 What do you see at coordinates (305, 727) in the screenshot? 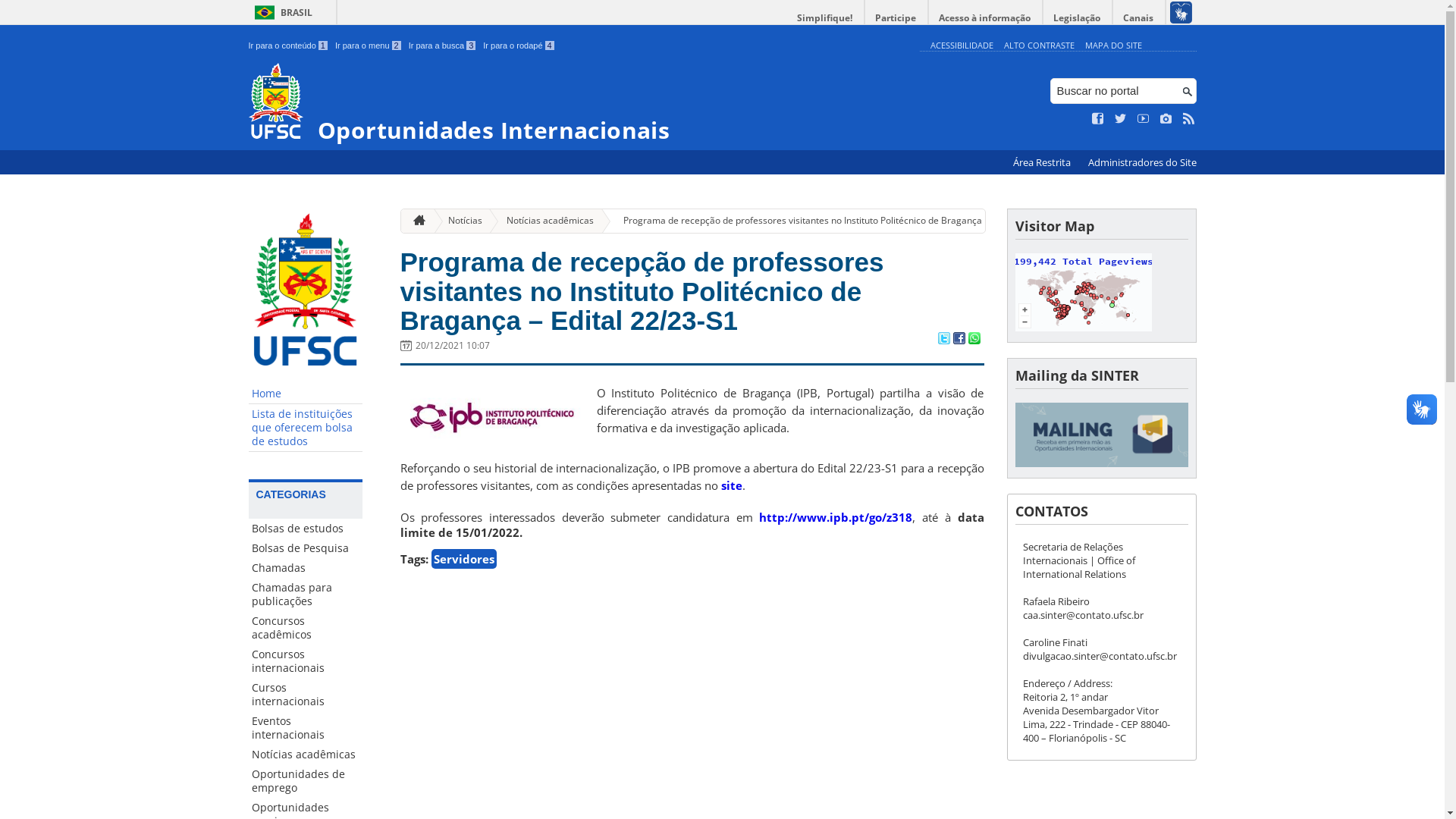
I see `'Eventos internacionais'` at bounding box center [305, 727].